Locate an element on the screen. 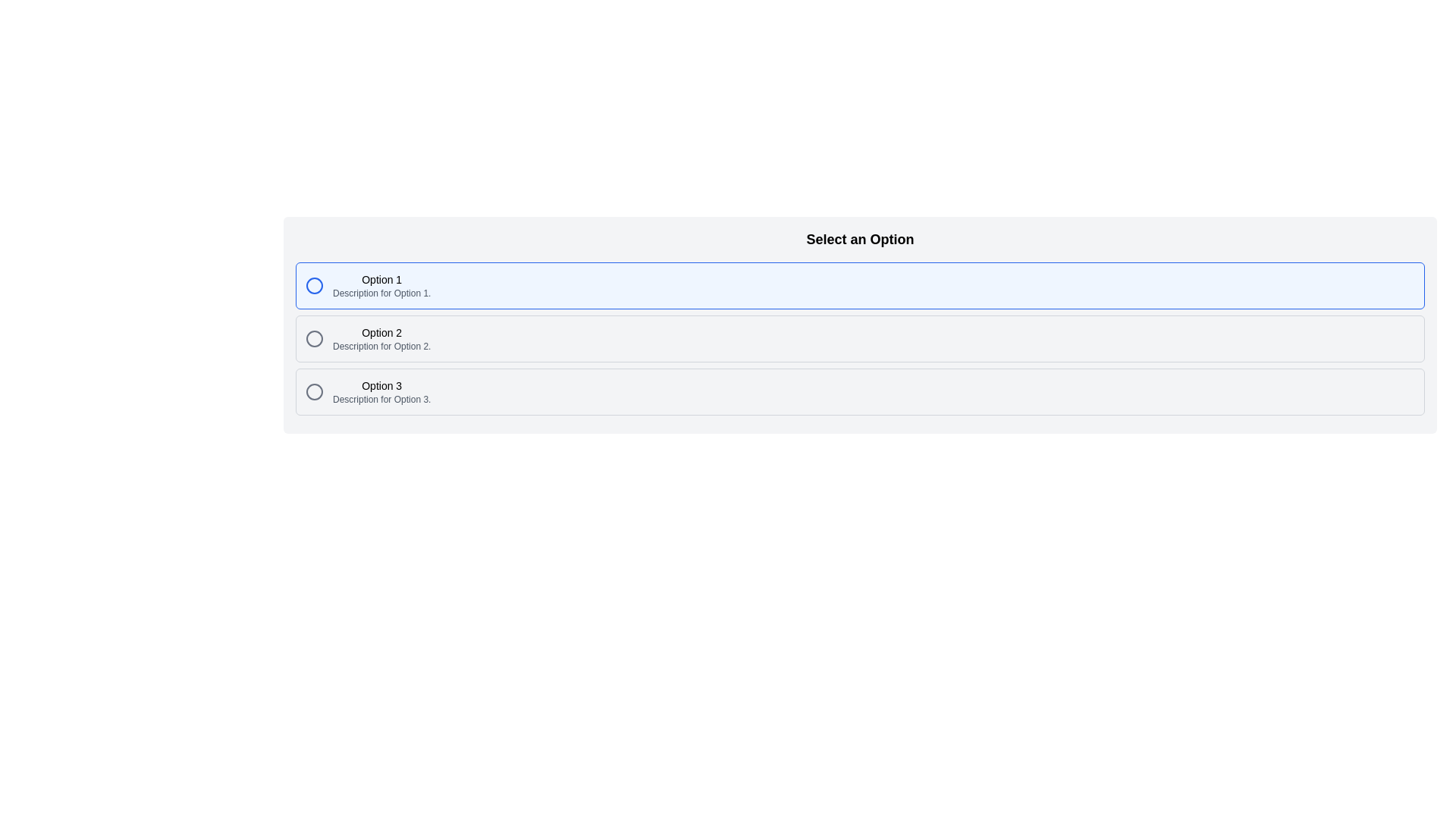 The image size is (1456, 819). the Radio button indicator for 'Option 3 Description for Option 3' is located at coordinates (313, 391).